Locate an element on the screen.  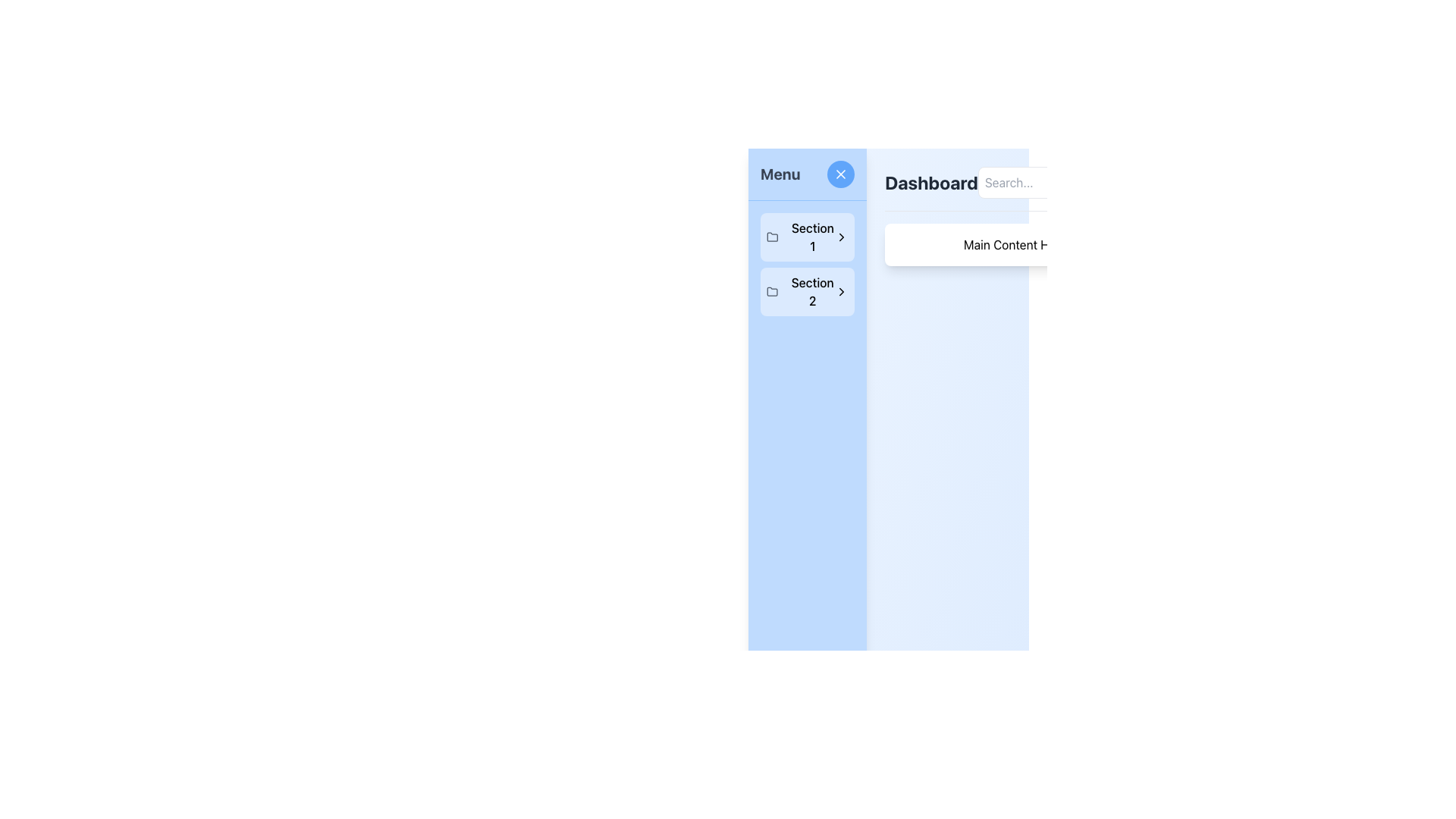
the first clickable menu item in the sidebar menu that expands or navigates to 'Section 1' is located at coordinates (807, 237).